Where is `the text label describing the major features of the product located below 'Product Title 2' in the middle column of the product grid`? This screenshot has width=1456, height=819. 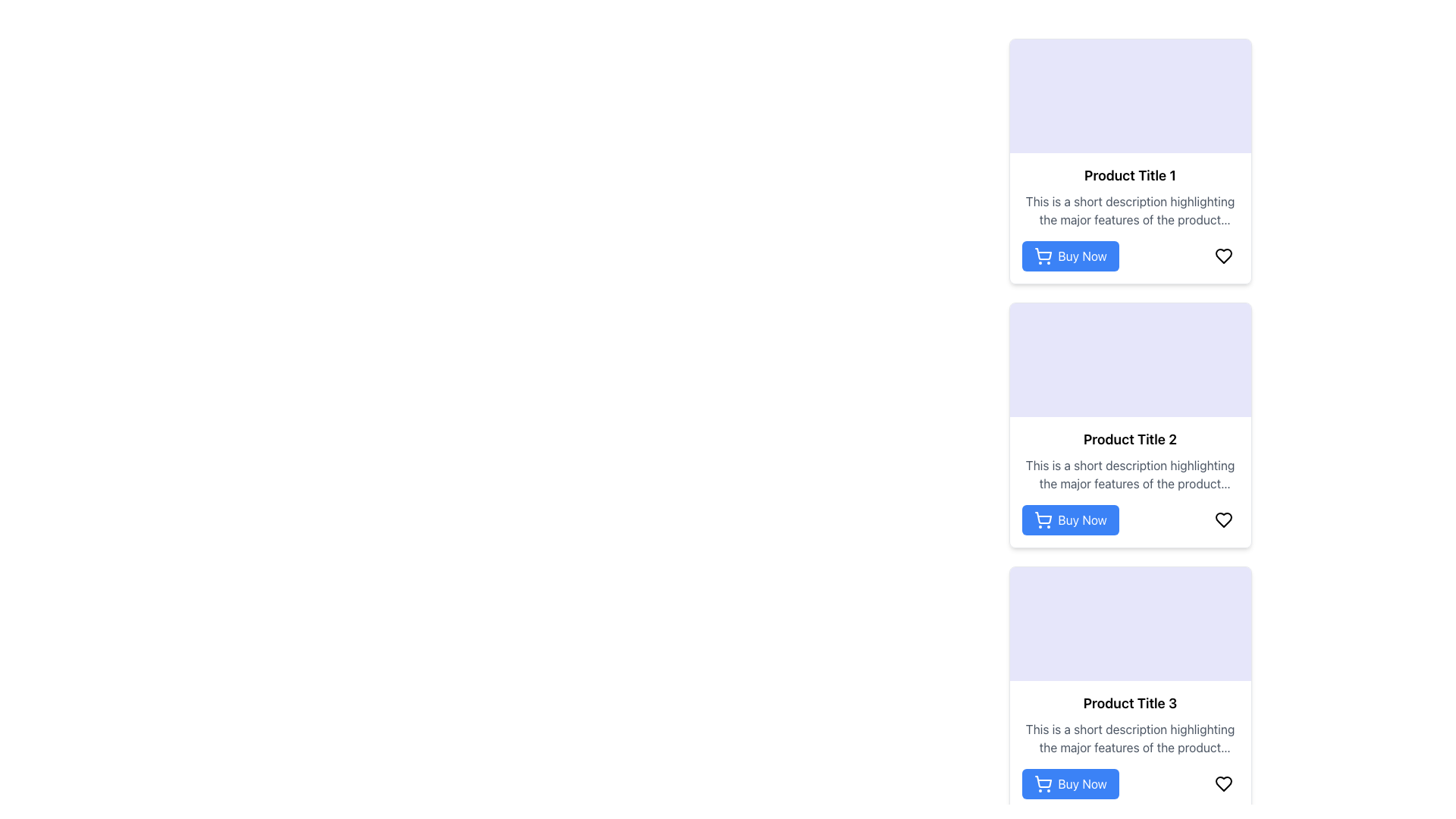 the text label describing the major features of the product located below 'Product Title 2' in the middle column of the product grid is located at coordinates (1130, 473).